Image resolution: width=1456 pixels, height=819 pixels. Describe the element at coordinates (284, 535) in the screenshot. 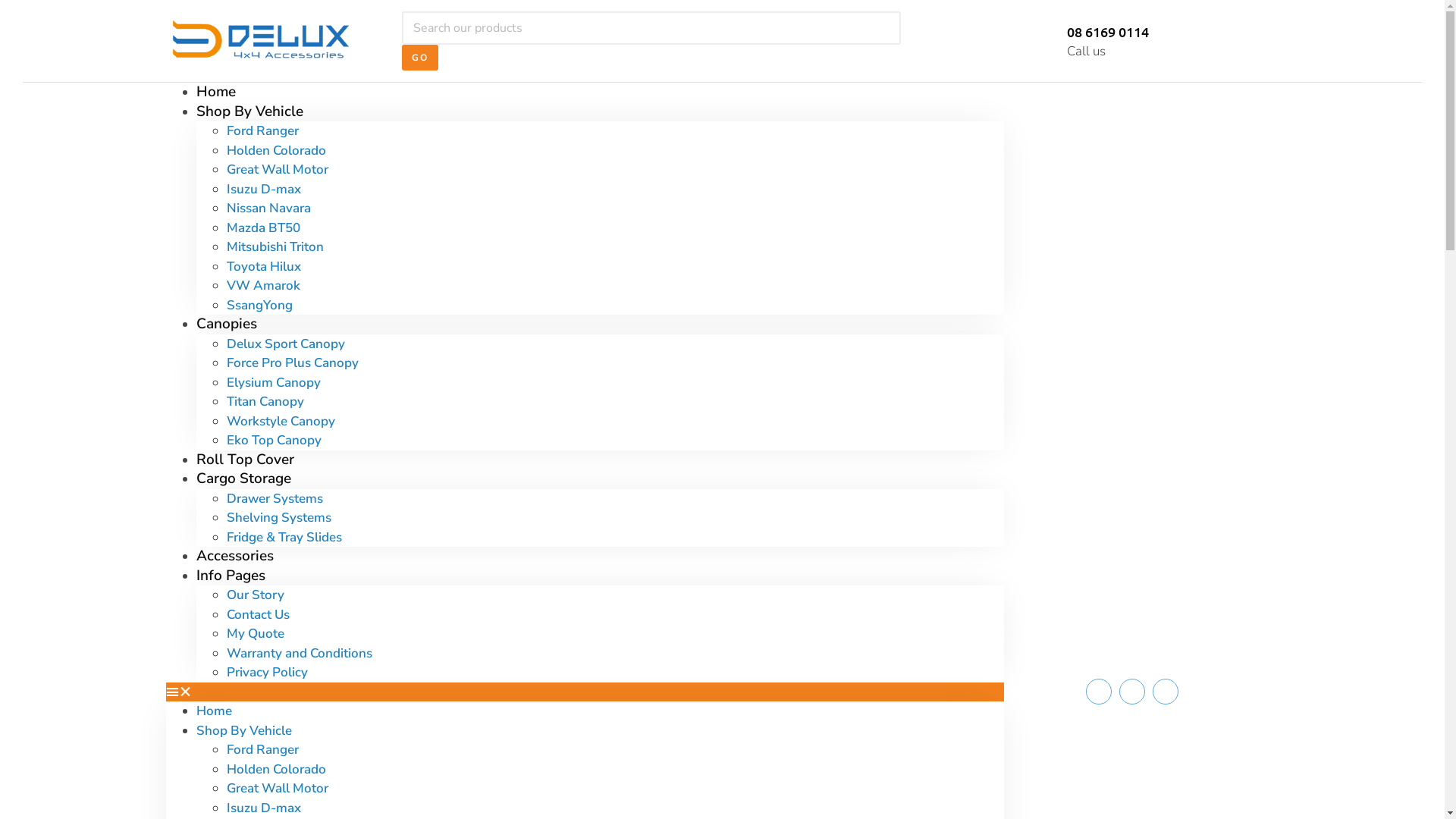

I see `'Fridge & Tray Slides'` at that location.